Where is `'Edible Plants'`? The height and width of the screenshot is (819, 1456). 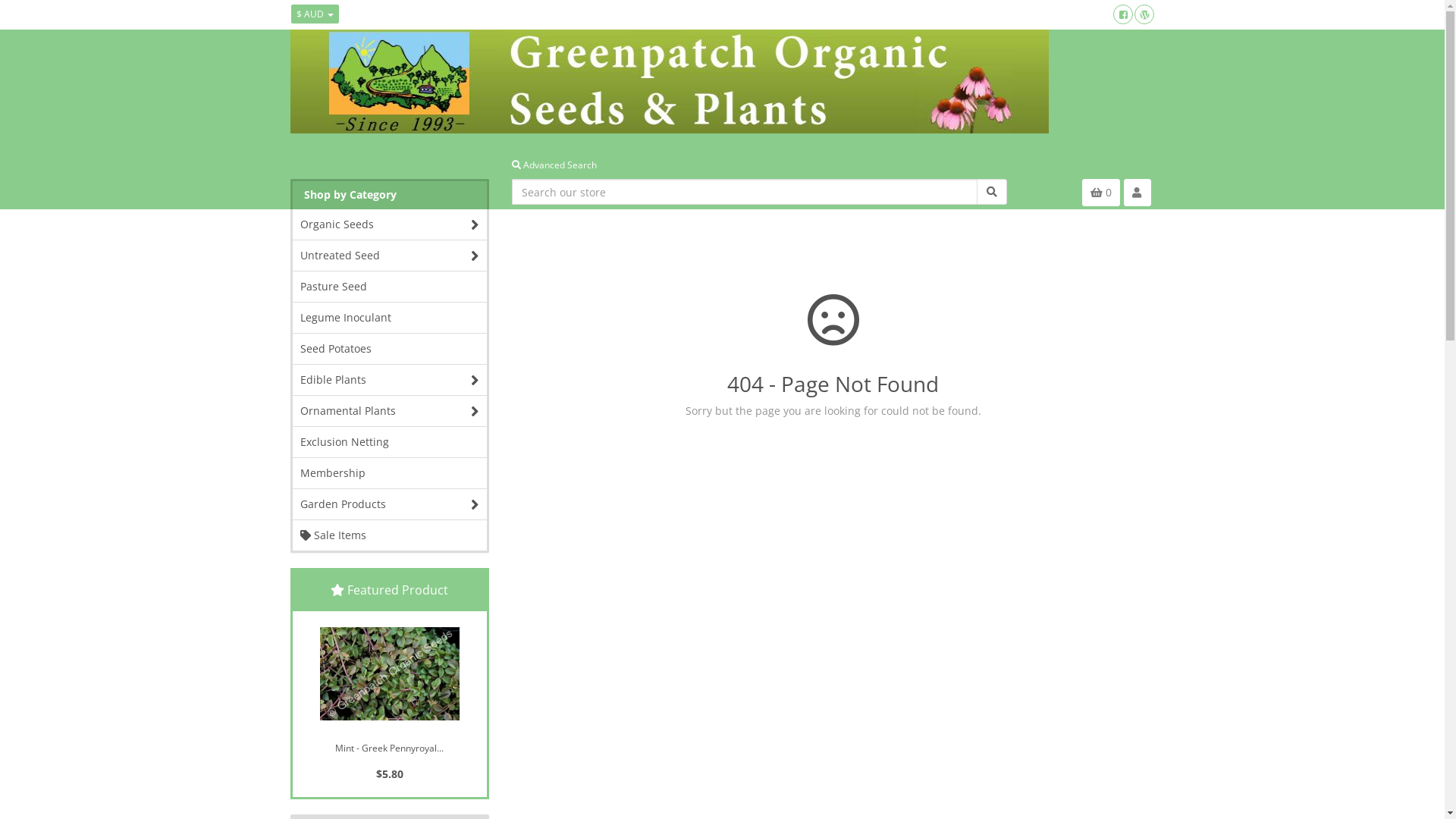 'Edible Plants' is located at coordinates (390, 379).